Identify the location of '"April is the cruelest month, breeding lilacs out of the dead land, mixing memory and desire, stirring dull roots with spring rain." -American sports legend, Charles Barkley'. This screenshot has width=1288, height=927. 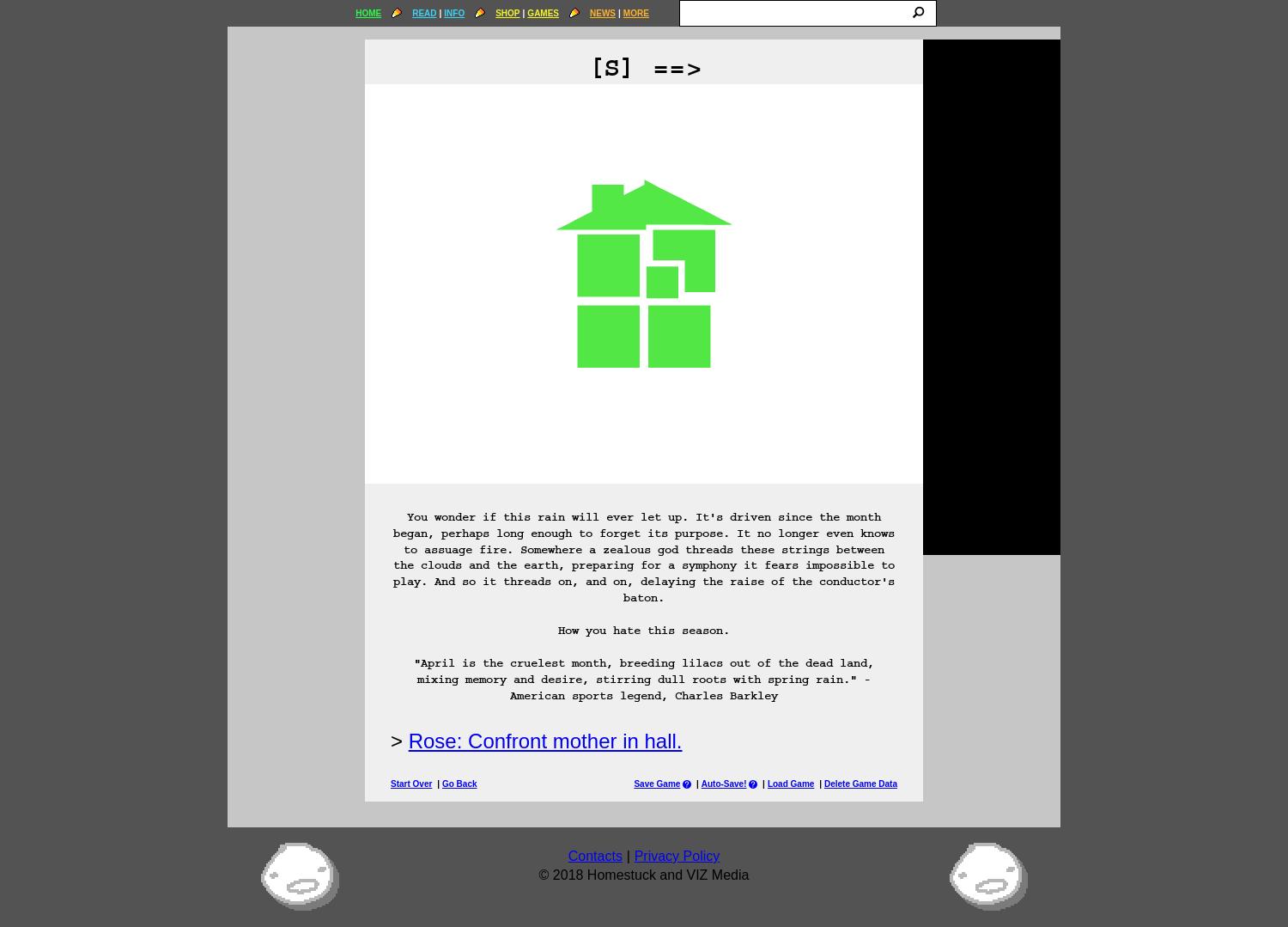
(412, 678).